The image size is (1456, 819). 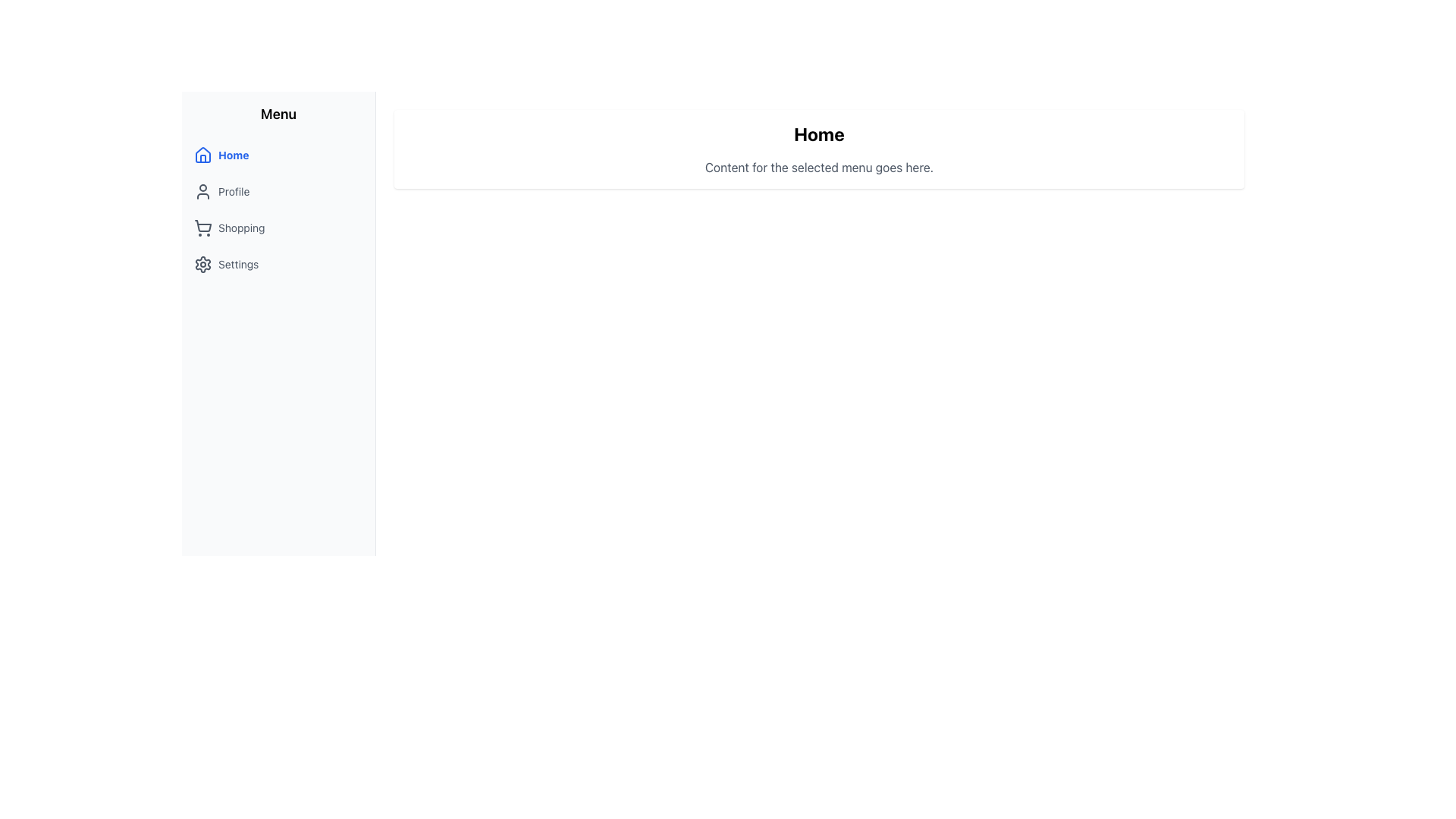 What do you see at coordinates (278, 113) in the screenshot?
I see `the 'Menu' text label located at the top of the vertical sidebar, which is styled with a bold and medium-large font size and is visually separated from other elements` at bounding box center [278, 113].